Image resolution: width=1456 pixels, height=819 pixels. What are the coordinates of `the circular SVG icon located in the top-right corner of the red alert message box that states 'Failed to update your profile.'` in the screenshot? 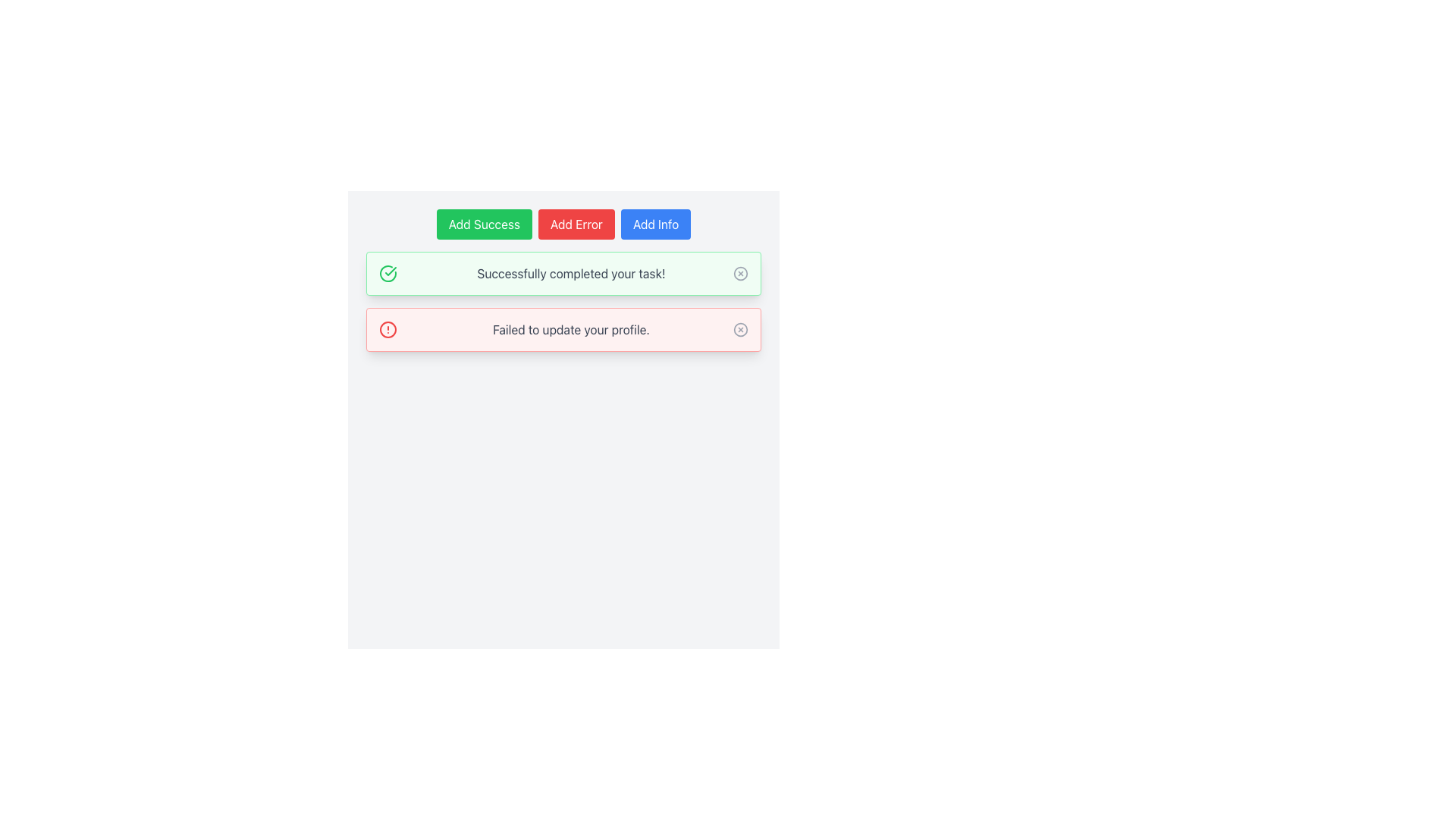 It's located at (741, 329).